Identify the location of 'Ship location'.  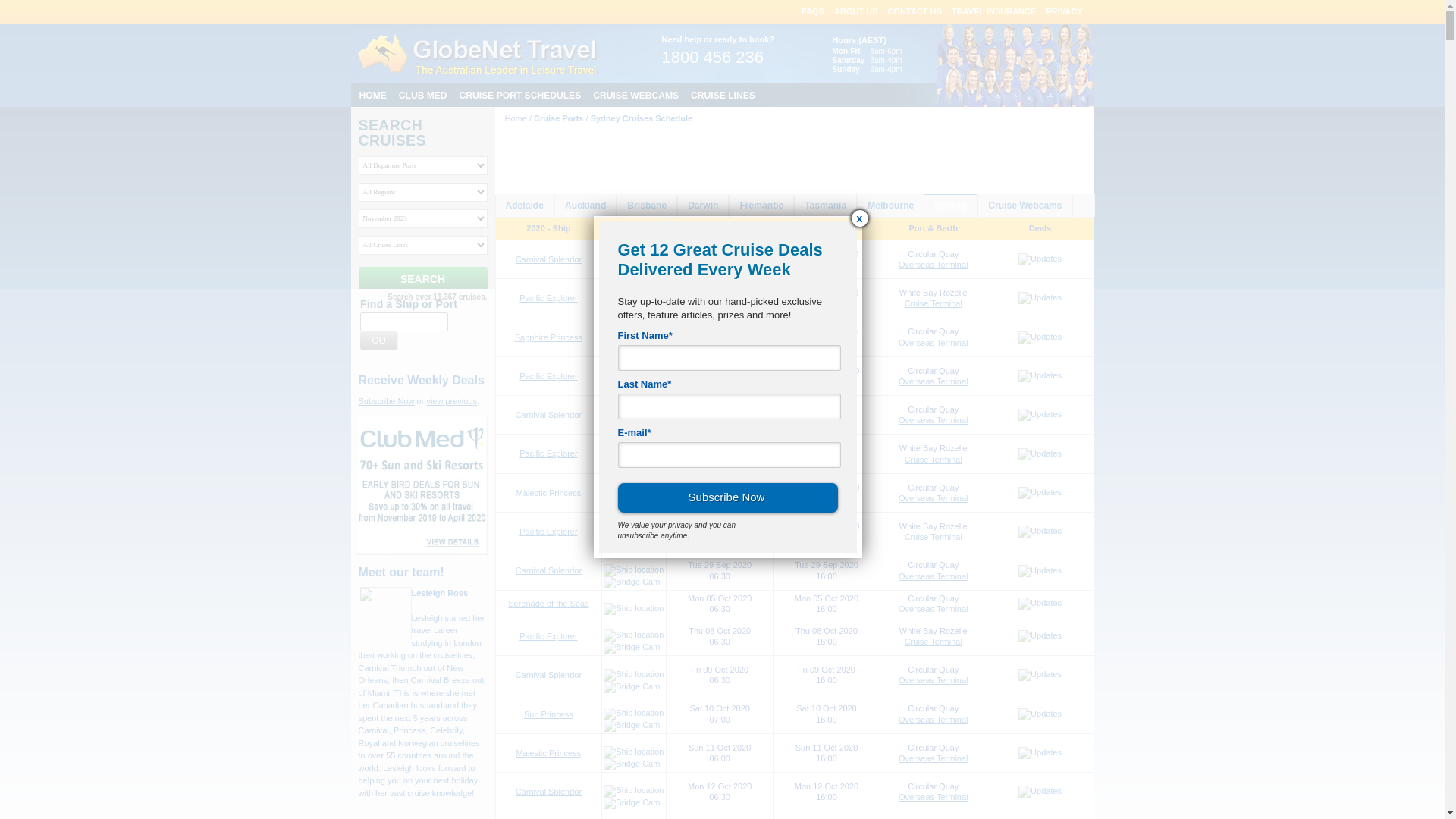
(633, 335).